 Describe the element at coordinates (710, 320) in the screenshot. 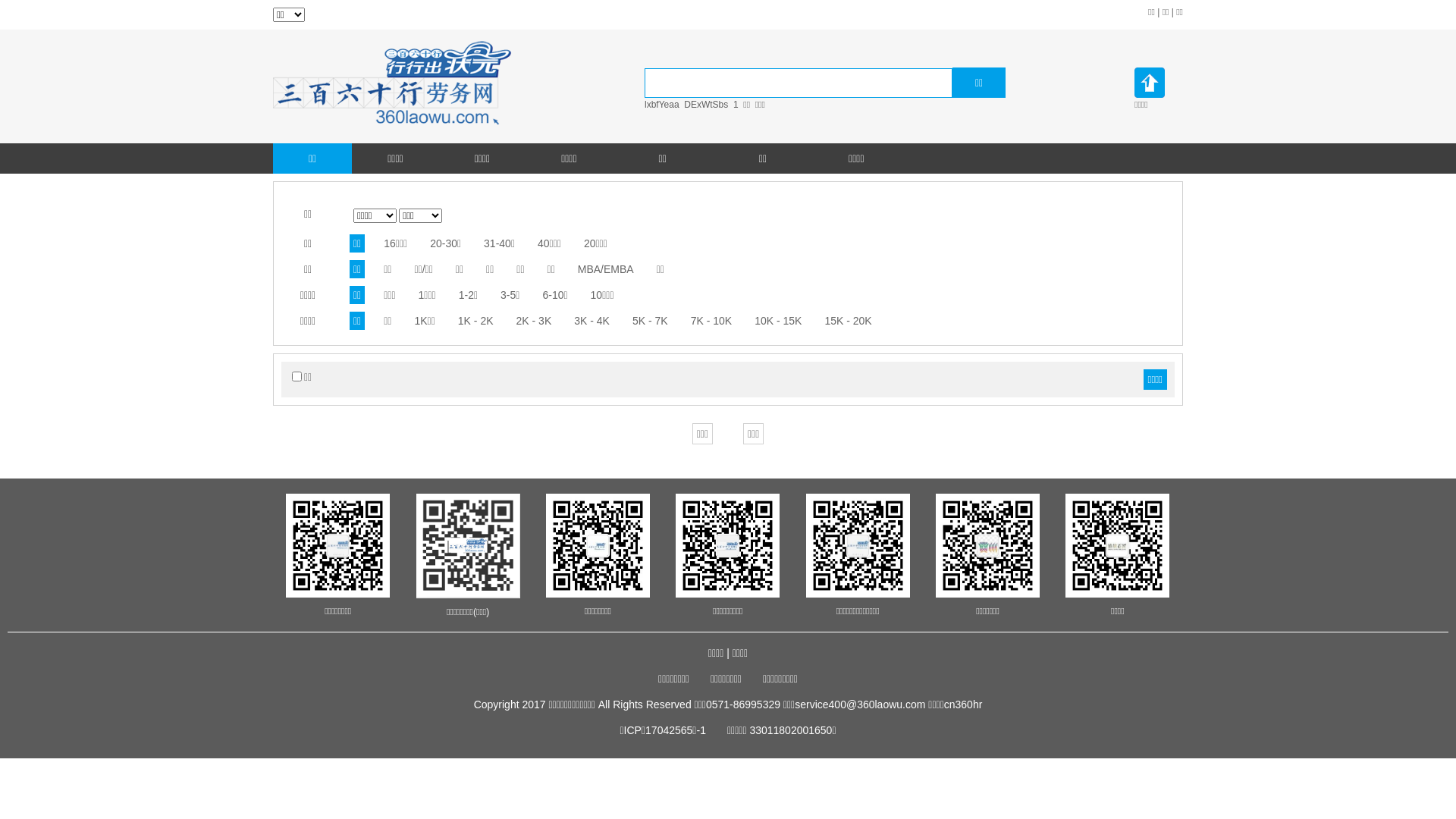

I see `'7K - 10K'` at that location.